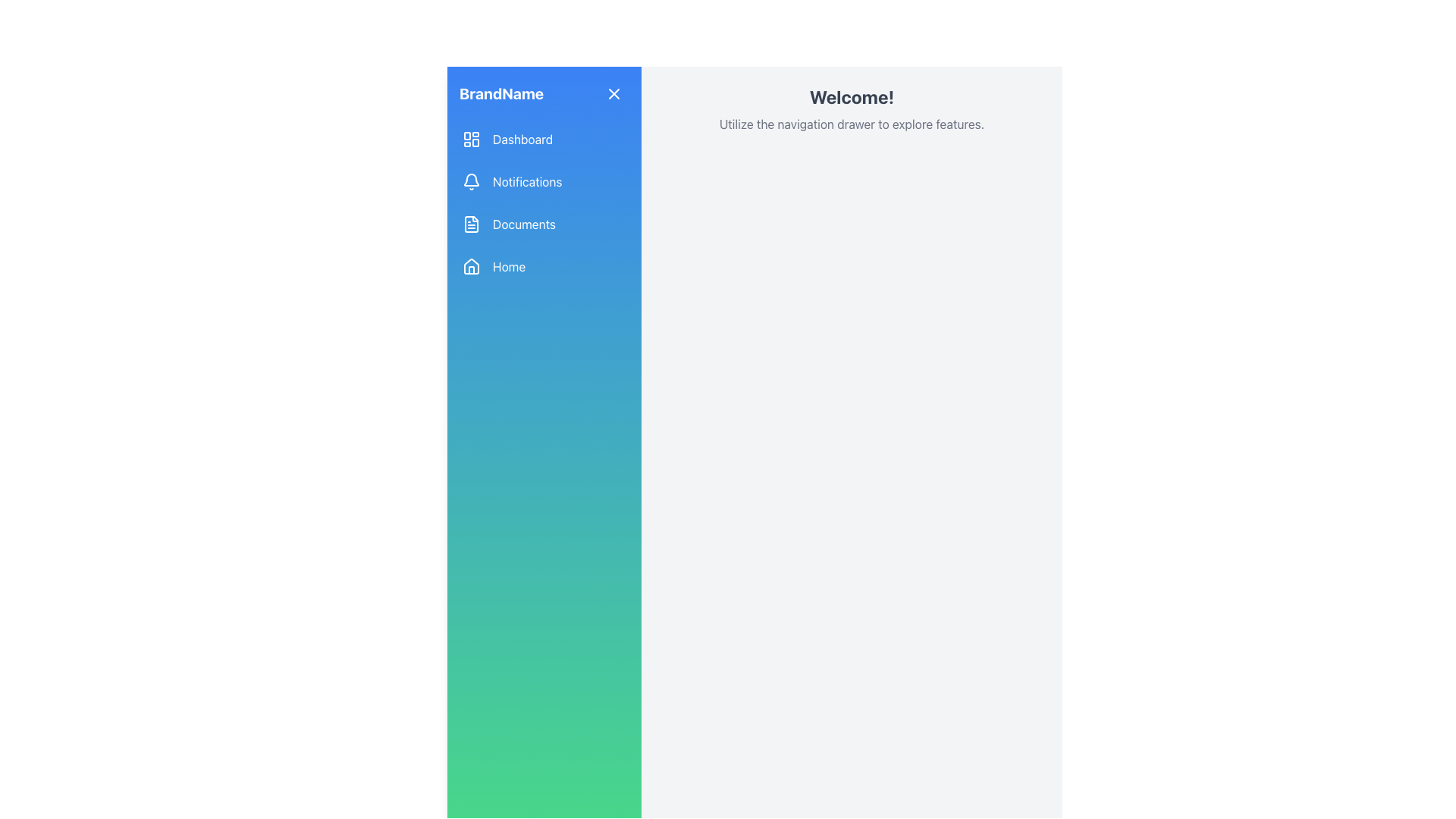  What do you see at coordinates (471, 265) in the screenshot?
I see `the house icon in the blue gradient sidebar` at bounding box center [471, 265].